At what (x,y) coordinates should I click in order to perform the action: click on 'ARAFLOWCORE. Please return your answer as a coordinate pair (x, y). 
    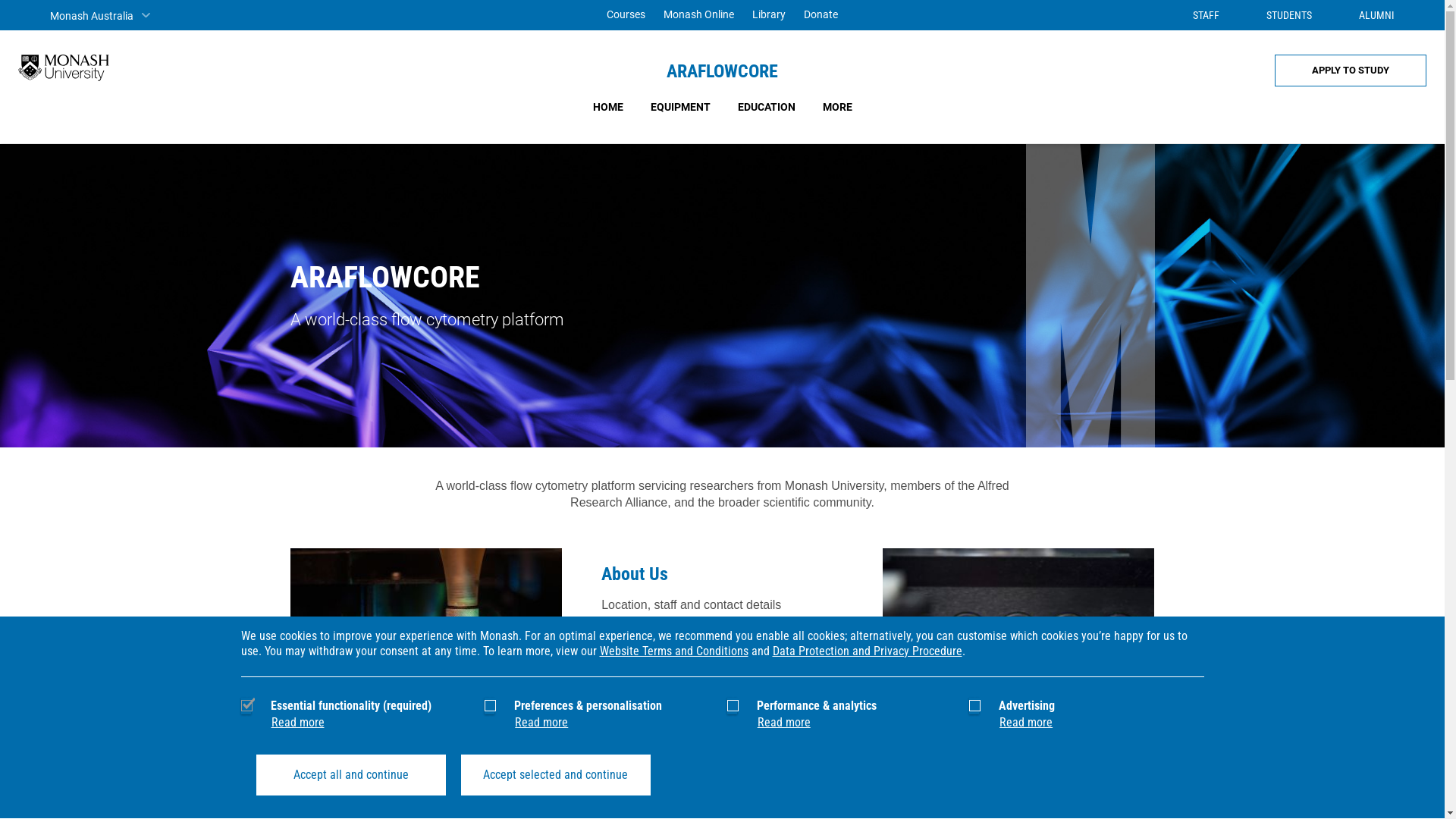
    Looking at the image, I should click on (720, 295).